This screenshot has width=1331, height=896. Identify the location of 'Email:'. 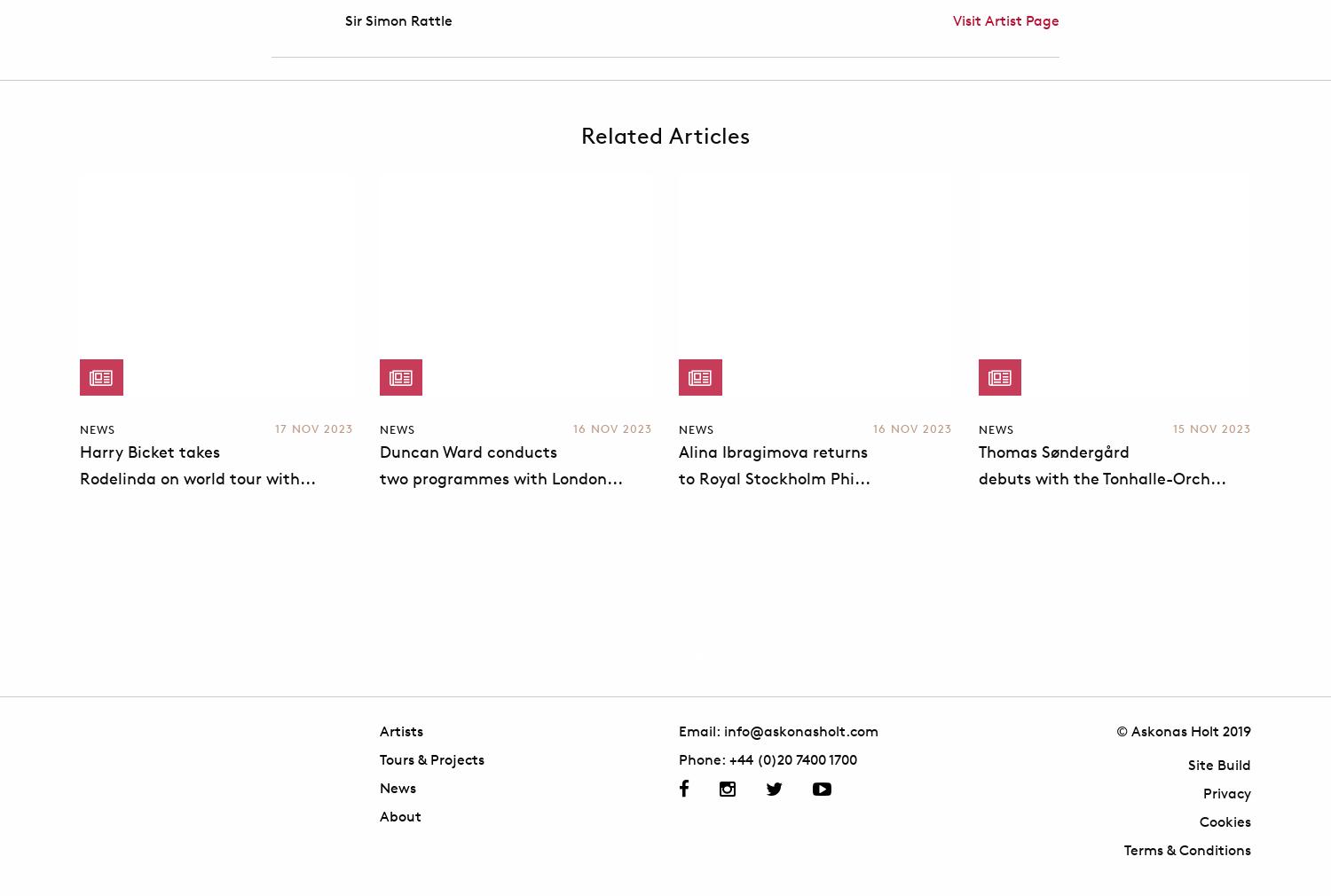
(701, 730).